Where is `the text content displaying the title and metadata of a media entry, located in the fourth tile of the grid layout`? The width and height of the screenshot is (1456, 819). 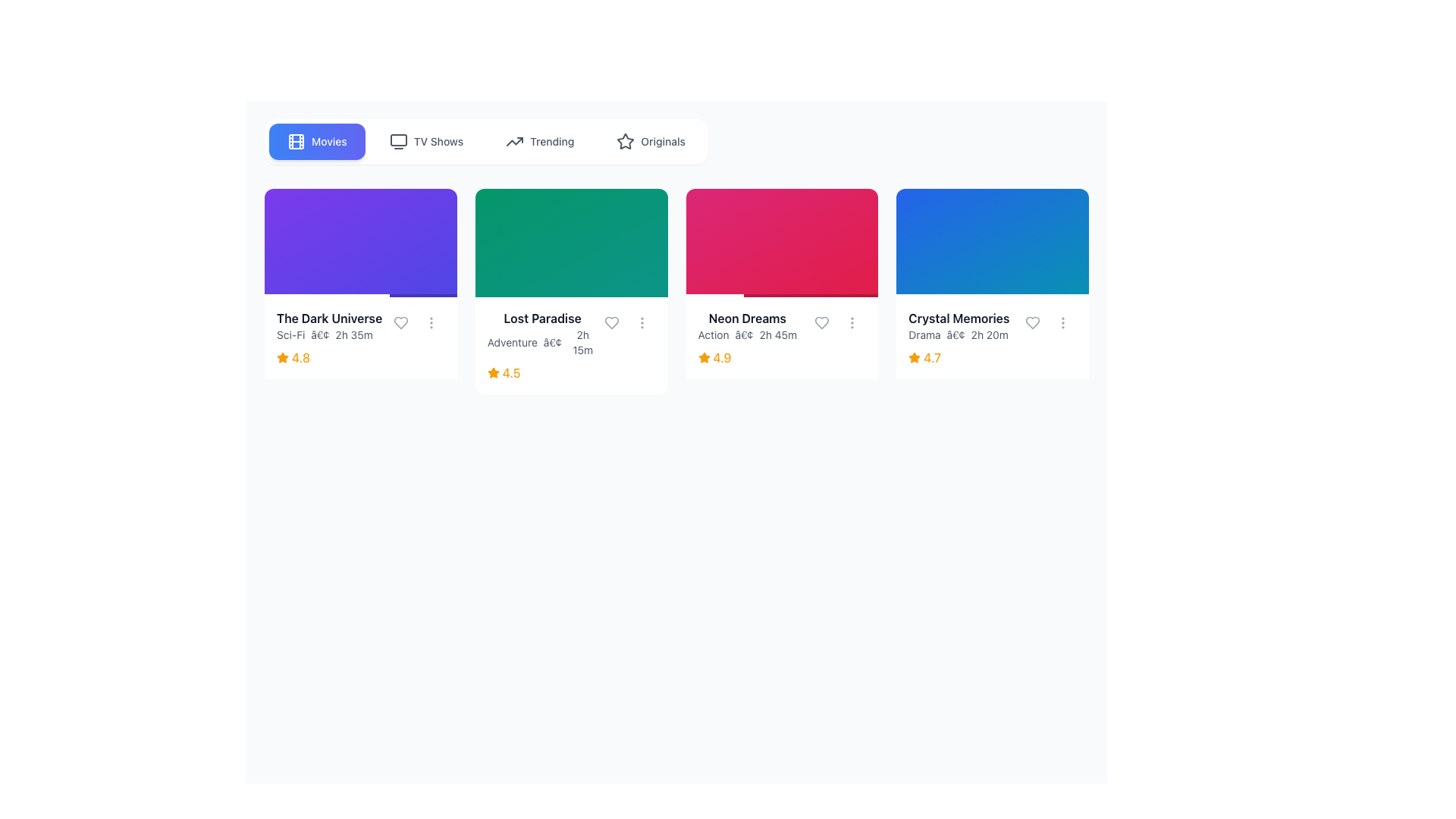 the text content displaying the title and metadata of a media entry, located in the fourth tile of the grid layout is located at coordinates (958, 325).